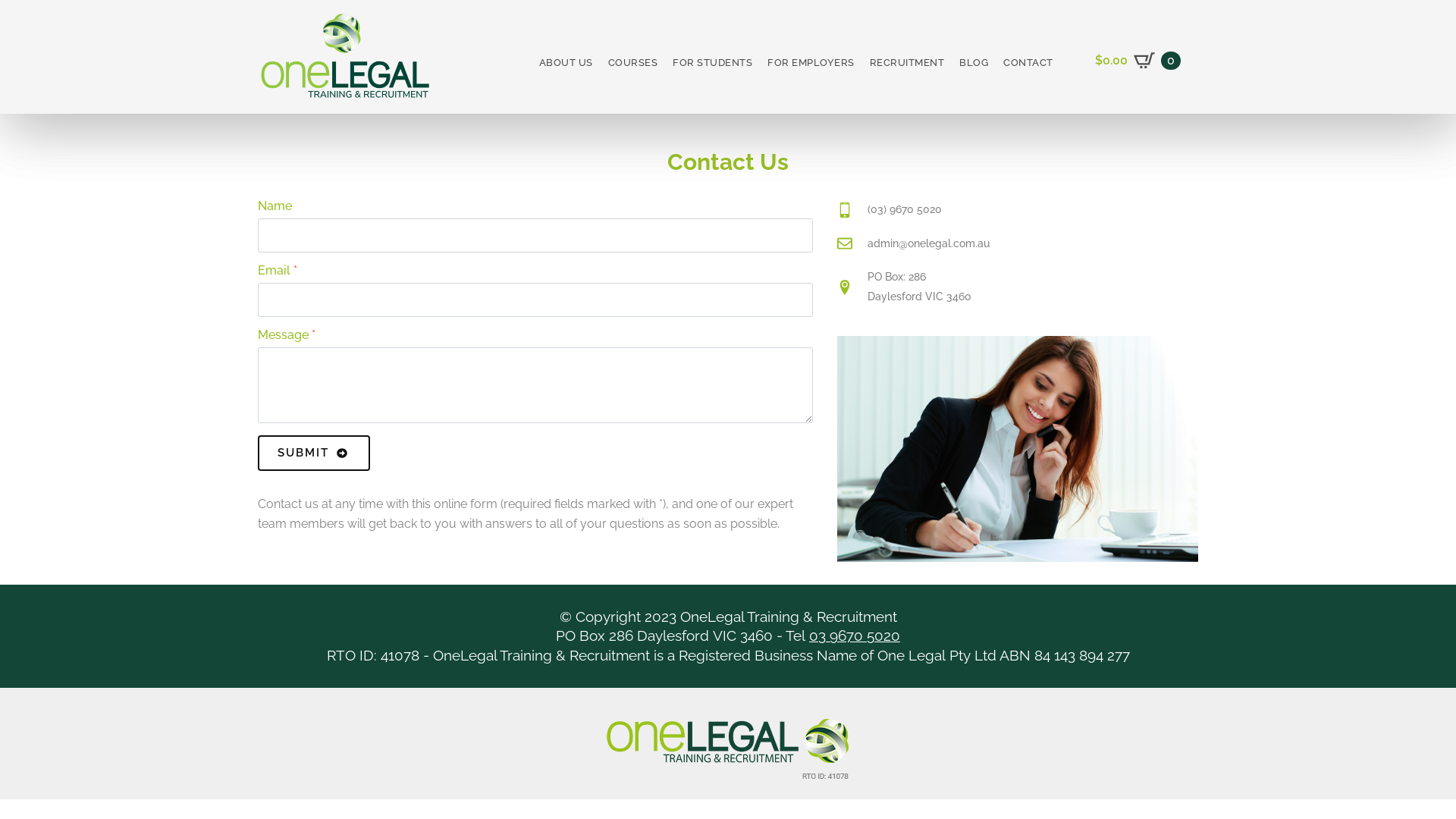 The width and height of the screenshot is (1456, 819). I want to click on 'CONTACT', so click(996, 61).